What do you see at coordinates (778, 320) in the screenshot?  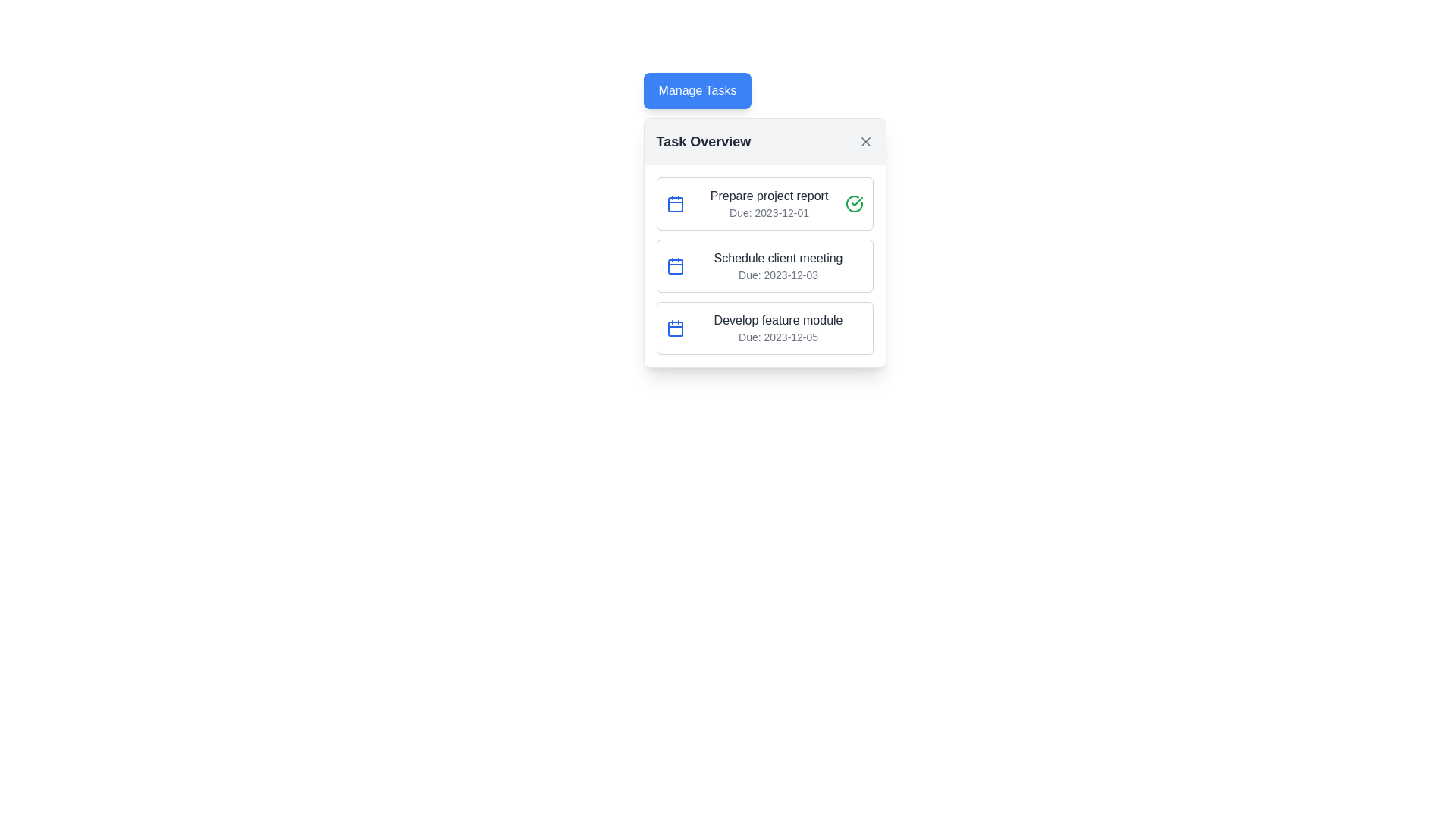 I see `the text element displaying 'Develop feature module' in bold, dark-gray font located in the 'Task Overview' section under the third task entry` at bounding box center [778, 320].